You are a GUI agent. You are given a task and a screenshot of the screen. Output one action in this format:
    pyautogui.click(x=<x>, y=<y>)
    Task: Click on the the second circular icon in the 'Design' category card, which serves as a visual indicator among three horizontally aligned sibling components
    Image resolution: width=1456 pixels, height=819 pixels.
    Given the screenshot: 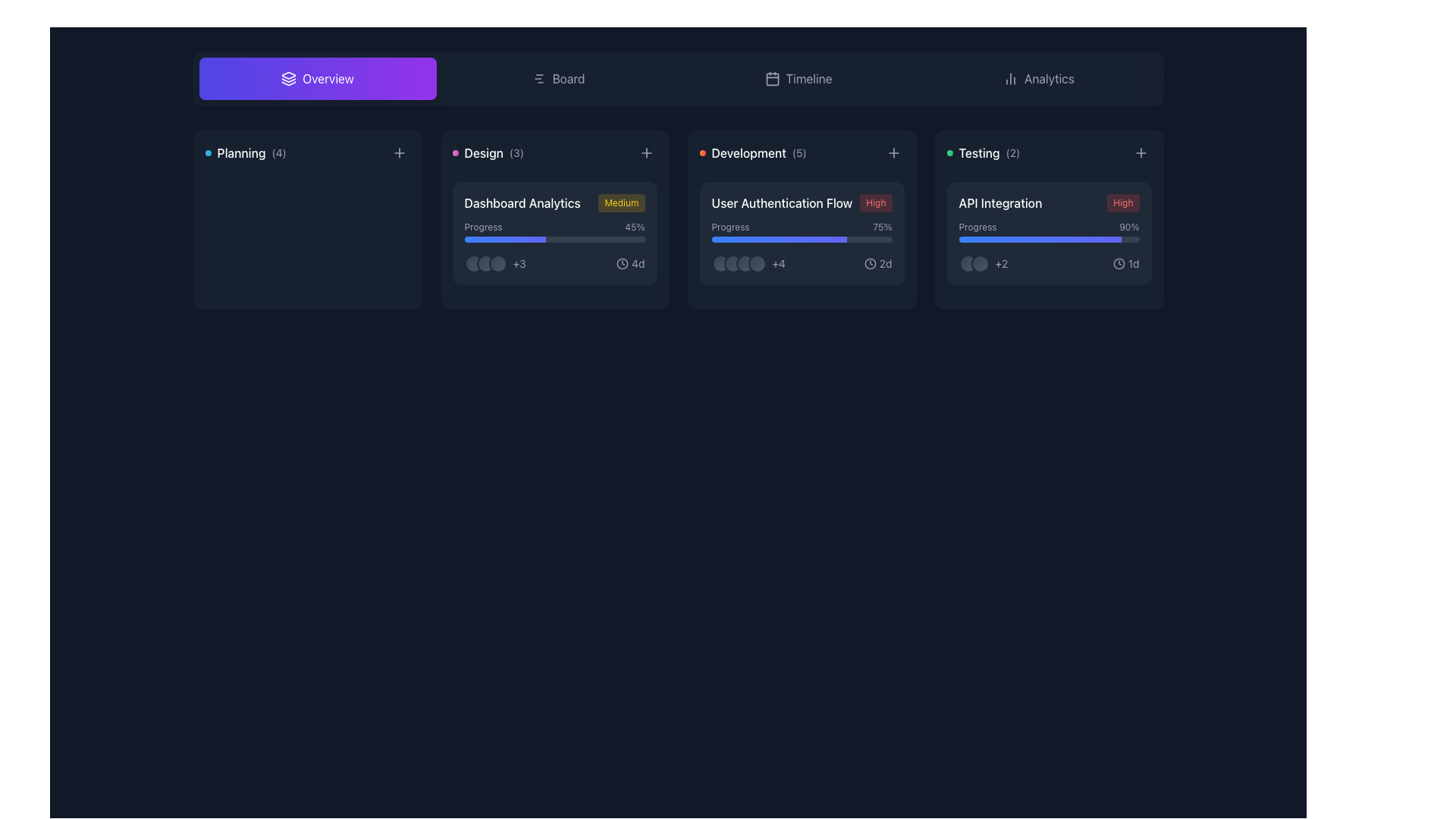 What is the action you would take?
    pyautogui.click(x=485, y=262)
    